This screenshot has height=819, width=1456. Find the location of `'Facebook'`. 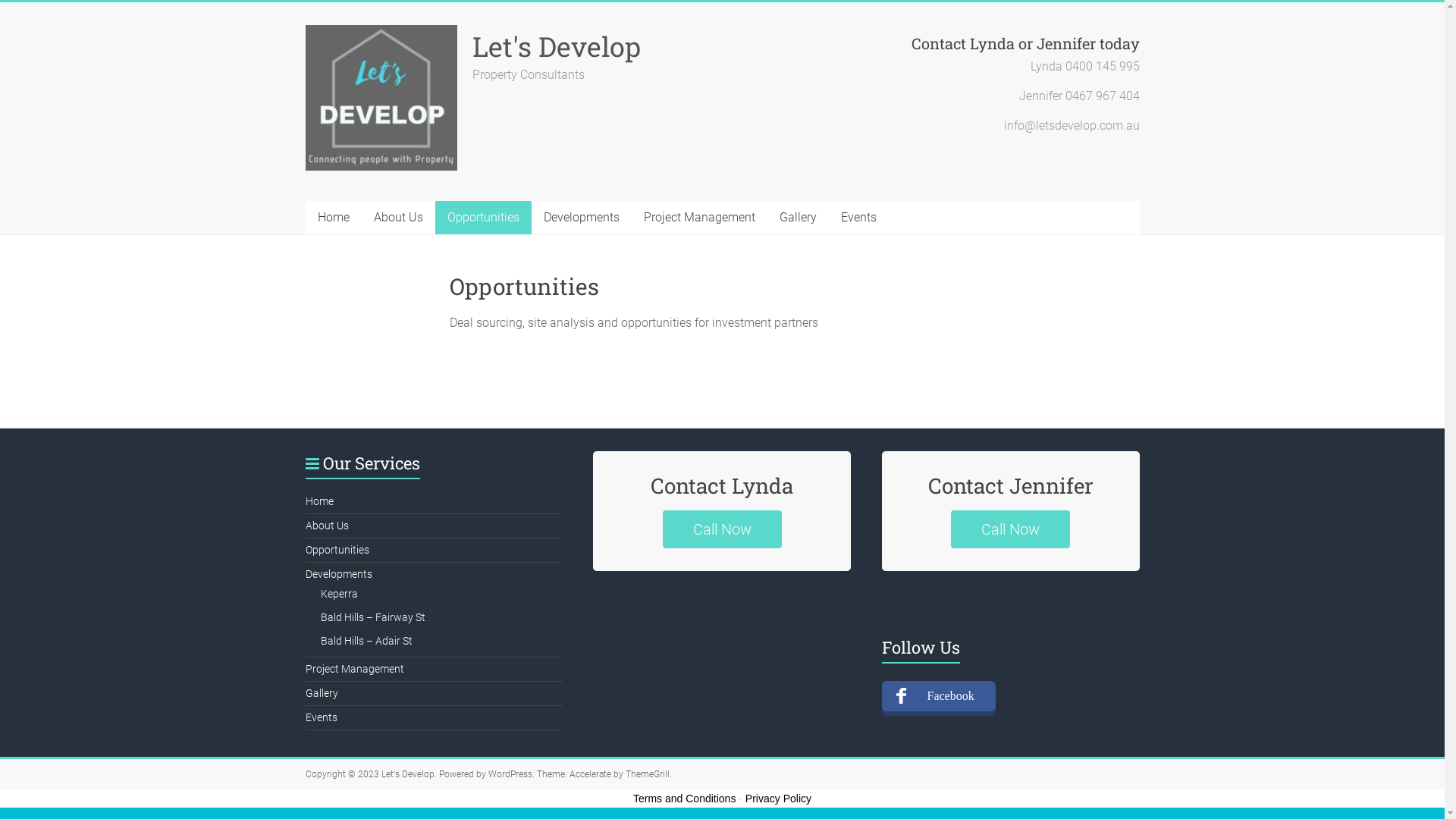

'Facebook' is located at coordinates (881, 696).